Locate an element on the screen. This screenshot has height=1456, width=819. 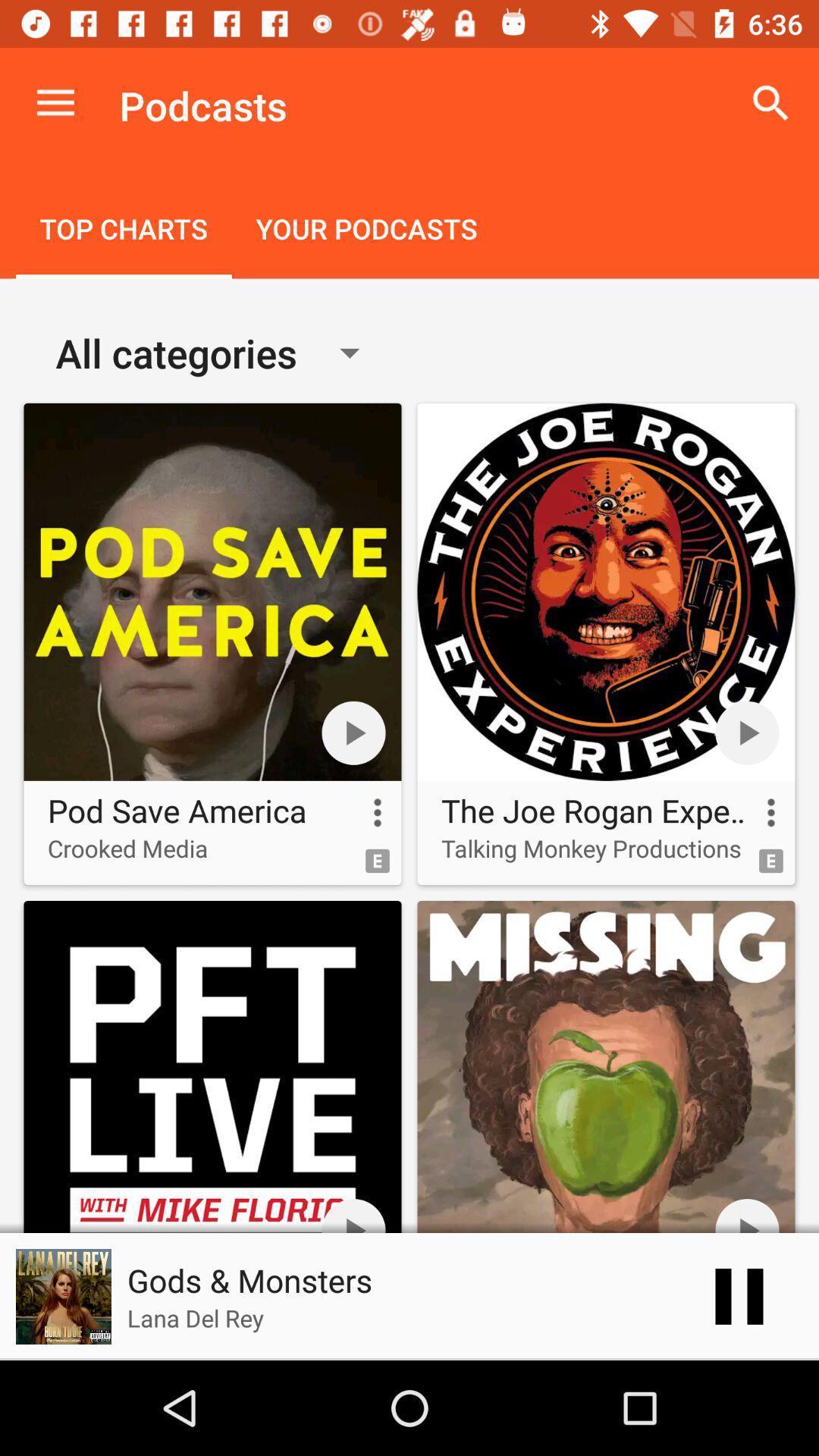
icon below the podcasts item is located at coordinates (366, 230).